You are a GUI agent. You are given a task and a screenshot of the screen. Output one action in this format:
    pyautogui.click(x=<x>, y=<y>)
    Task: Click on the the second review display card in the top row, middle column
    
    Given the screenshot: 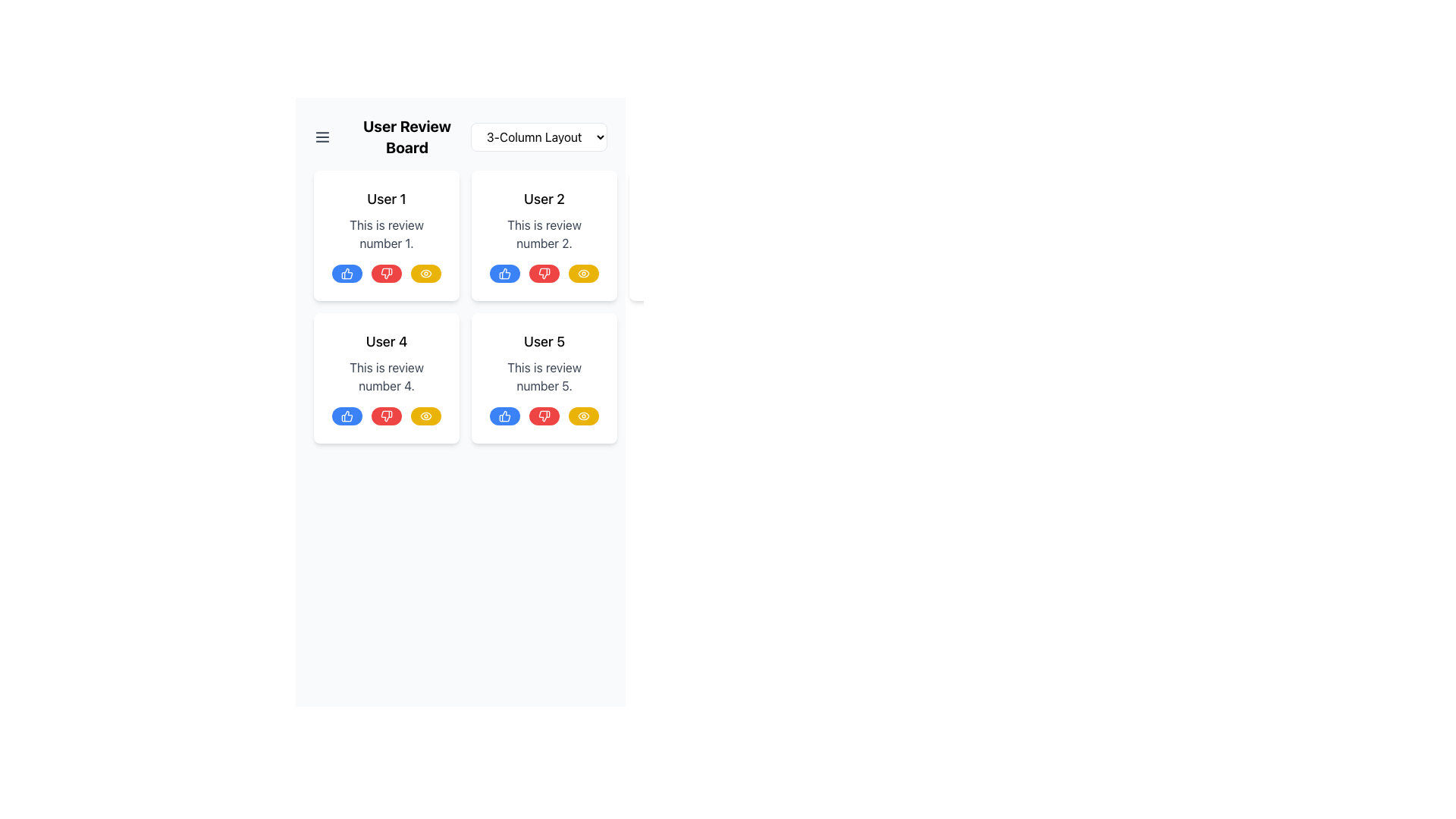 What is the action you would take?
    pyautogui.click(x=544, y=236)
    